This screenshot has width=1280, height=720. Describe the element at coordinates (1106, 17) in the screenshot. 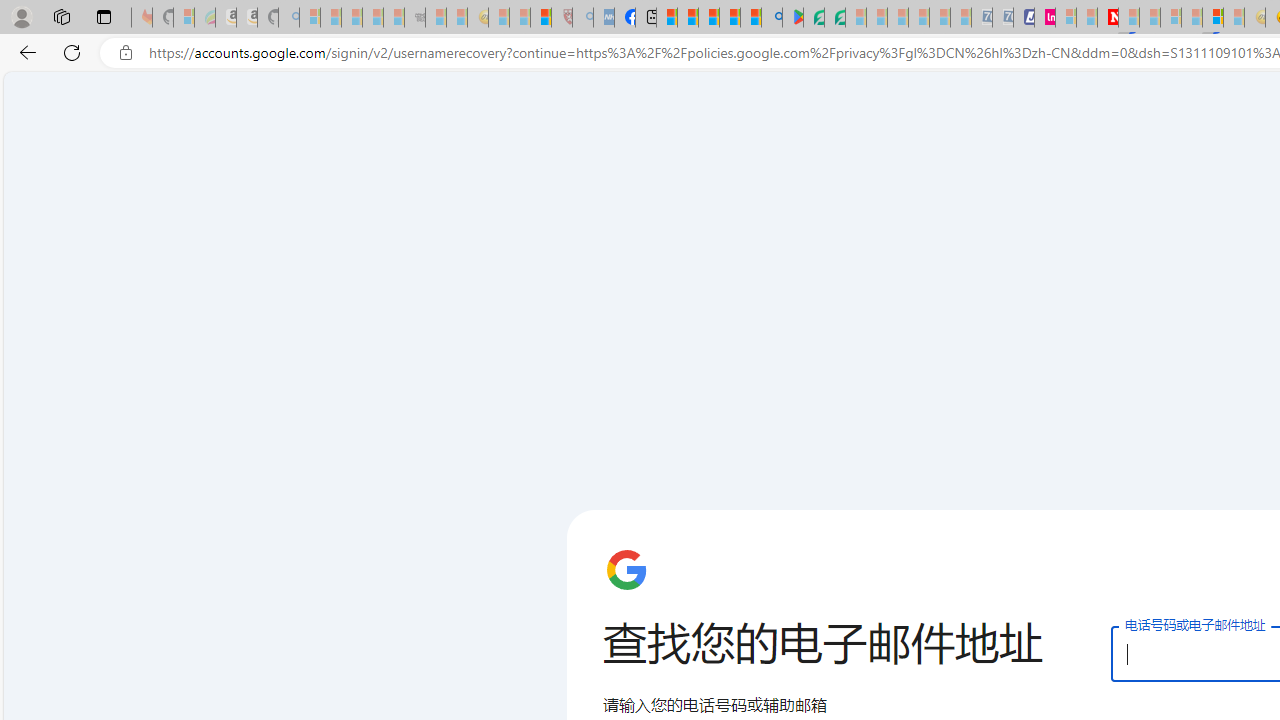

I see `'Latest Politics News & Archive | Newsweek.com'` at that location.